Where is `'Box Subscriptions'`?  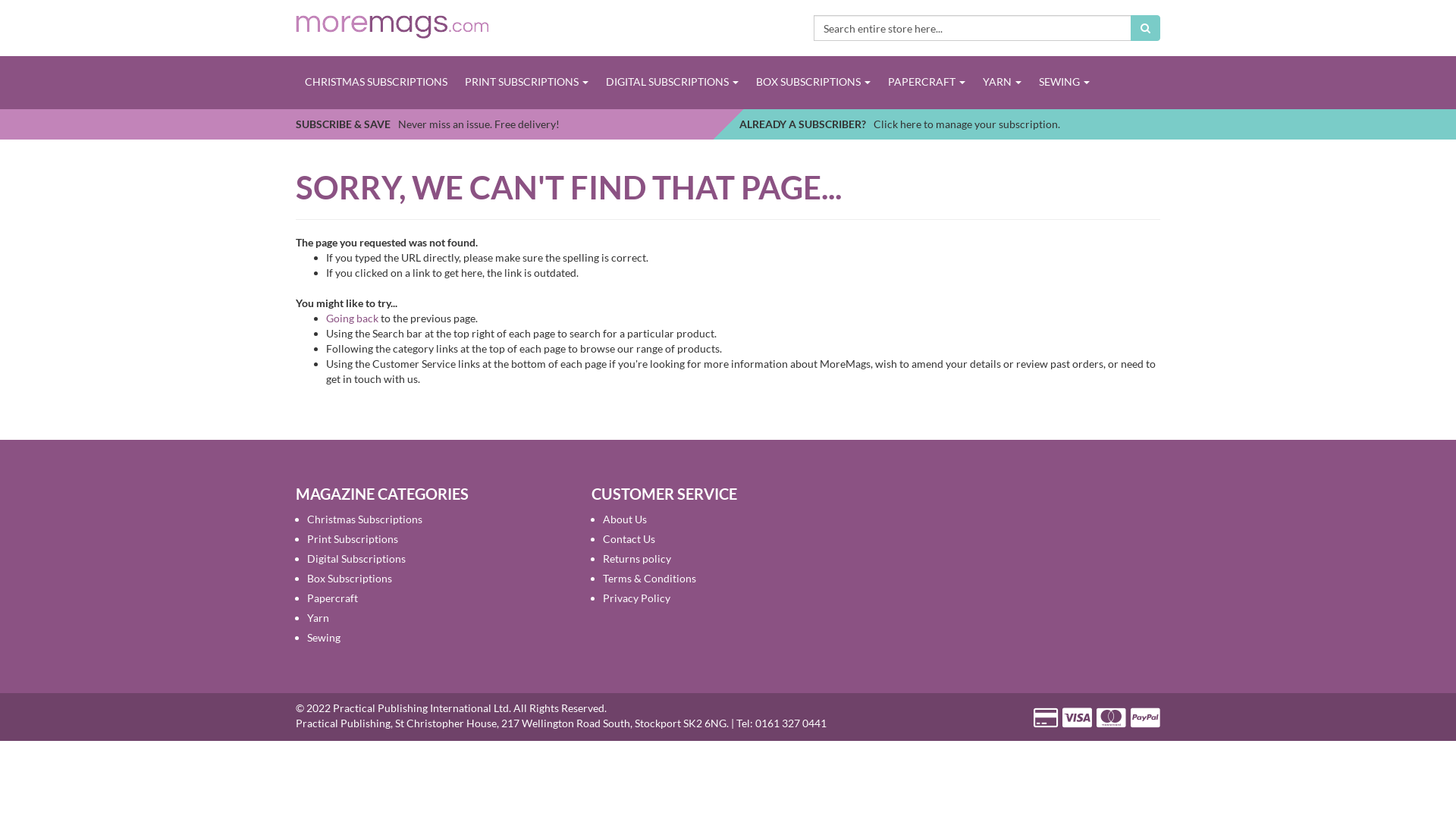 'Box Subscriptions' is located at coordinates (348, 578).